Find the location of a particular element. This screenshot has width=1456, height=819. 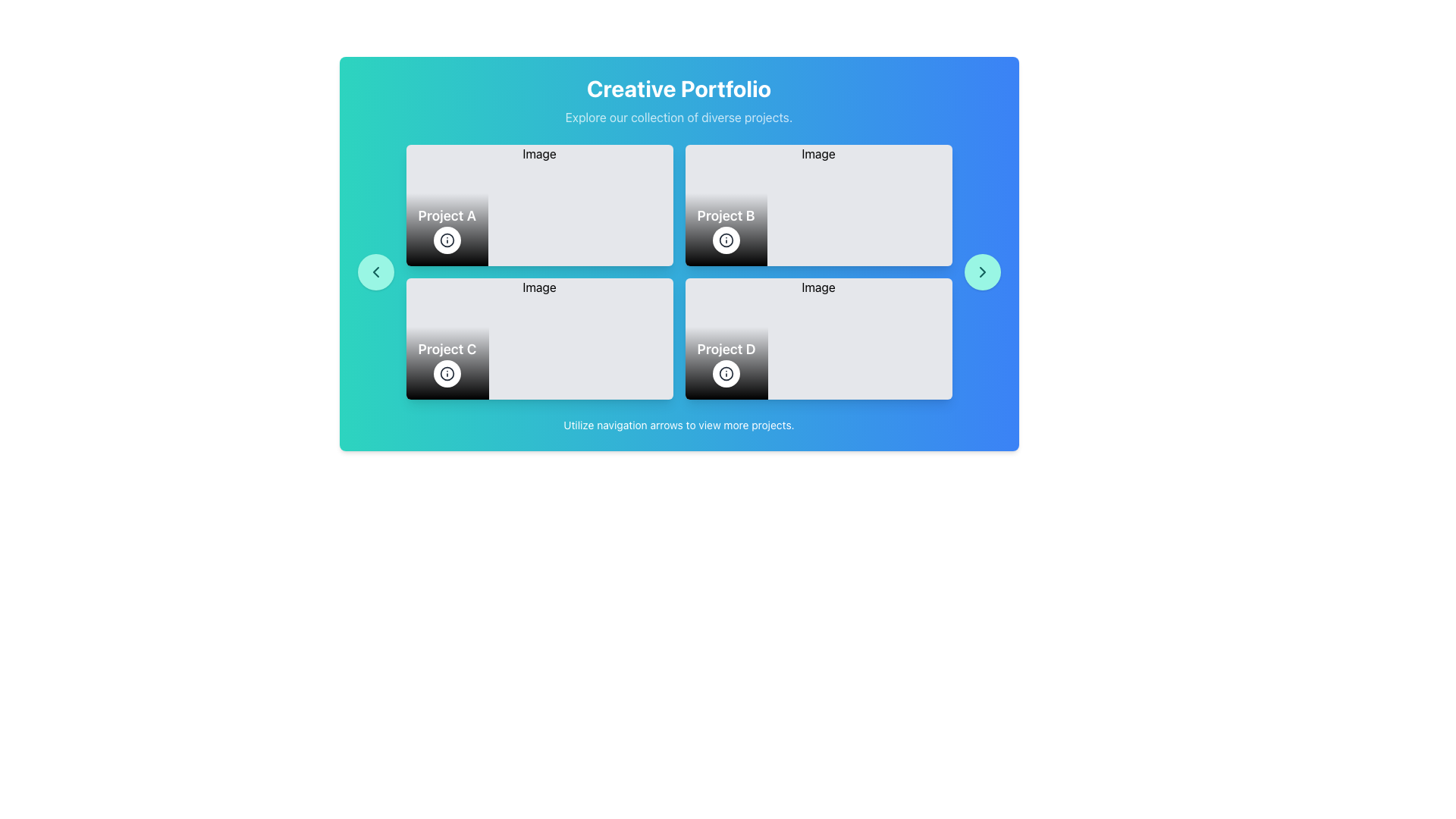

the header text component at the top-center of the interface, which indicates the purpose of showcasing a creative portfolio is located at coordinates (678, 88).